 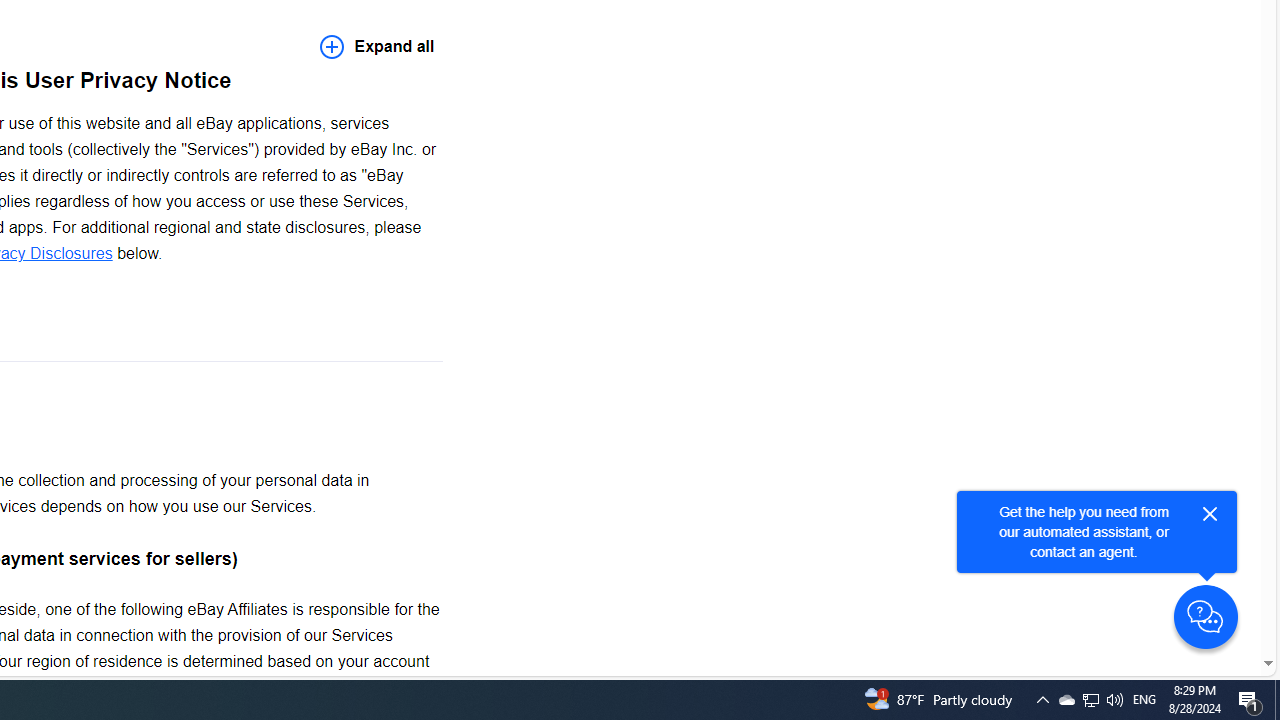 What do you see at coordinates (377, 45) in the screenshot?
I see `'Expand all'` at bounding box center [377, 45].